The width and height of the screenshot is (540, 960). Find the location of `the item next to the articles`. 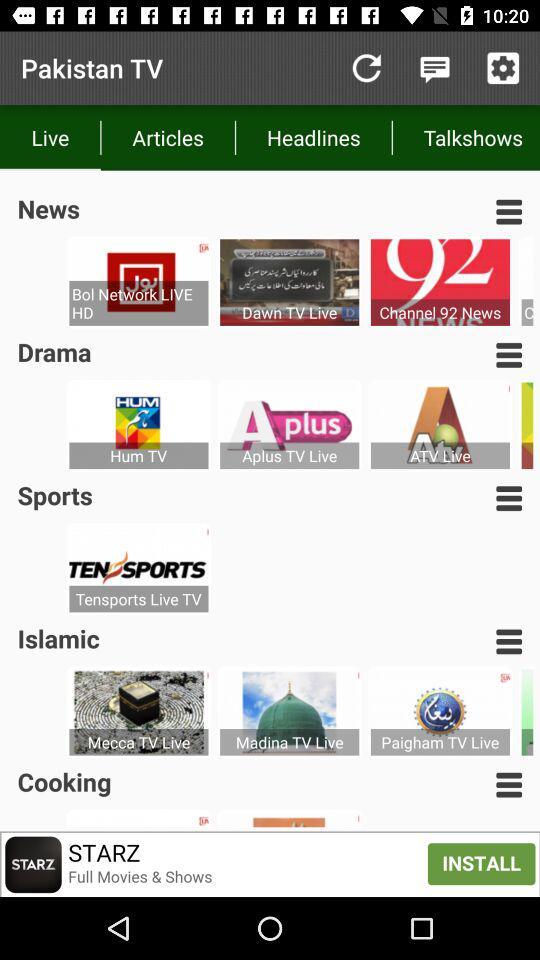

the item next to the articles is located at coordinates (365, 68).